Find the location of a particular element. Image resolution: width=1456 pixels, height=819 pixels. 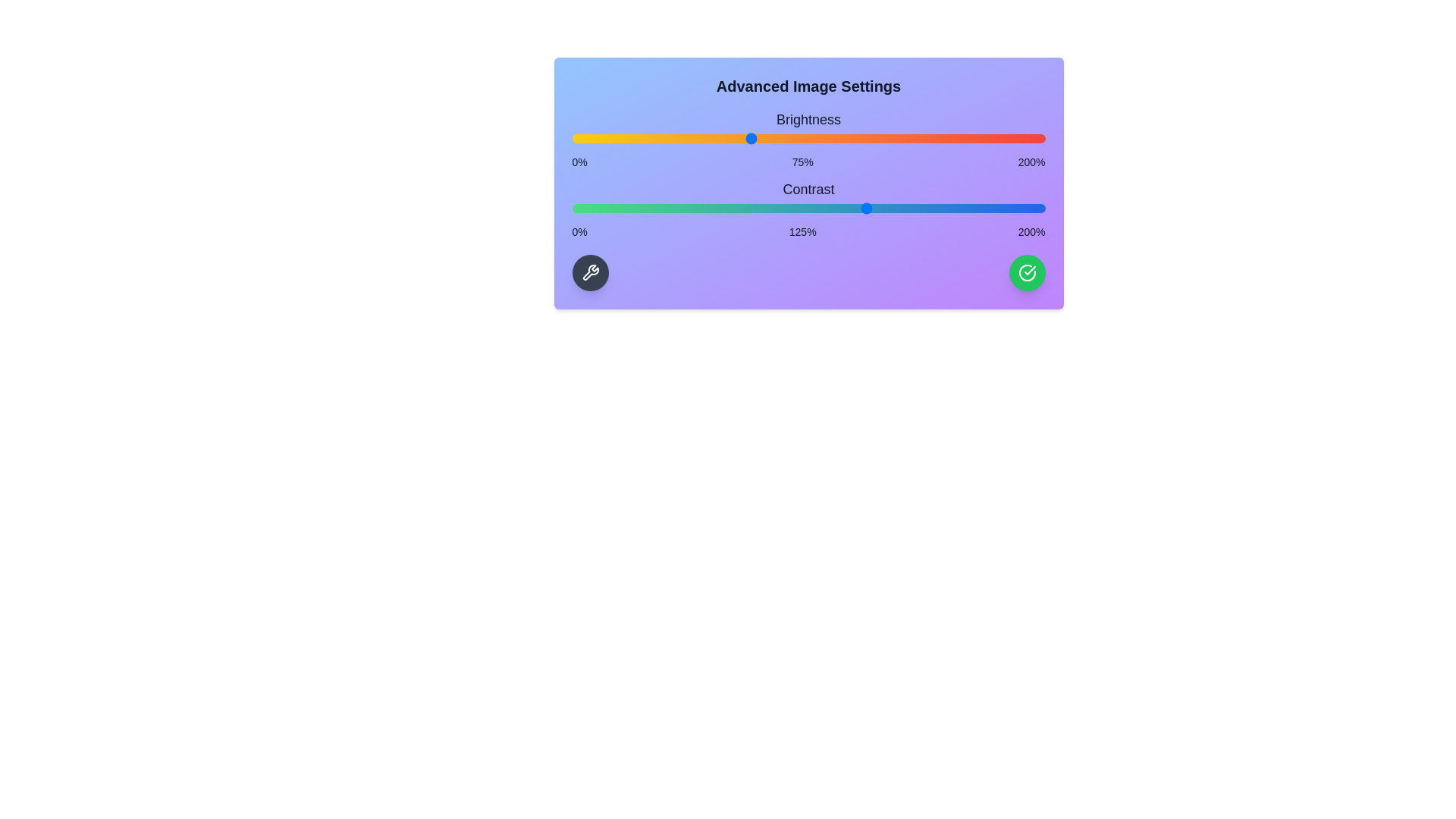

the brightness slider to 75% is located at coordinates (749, 138).